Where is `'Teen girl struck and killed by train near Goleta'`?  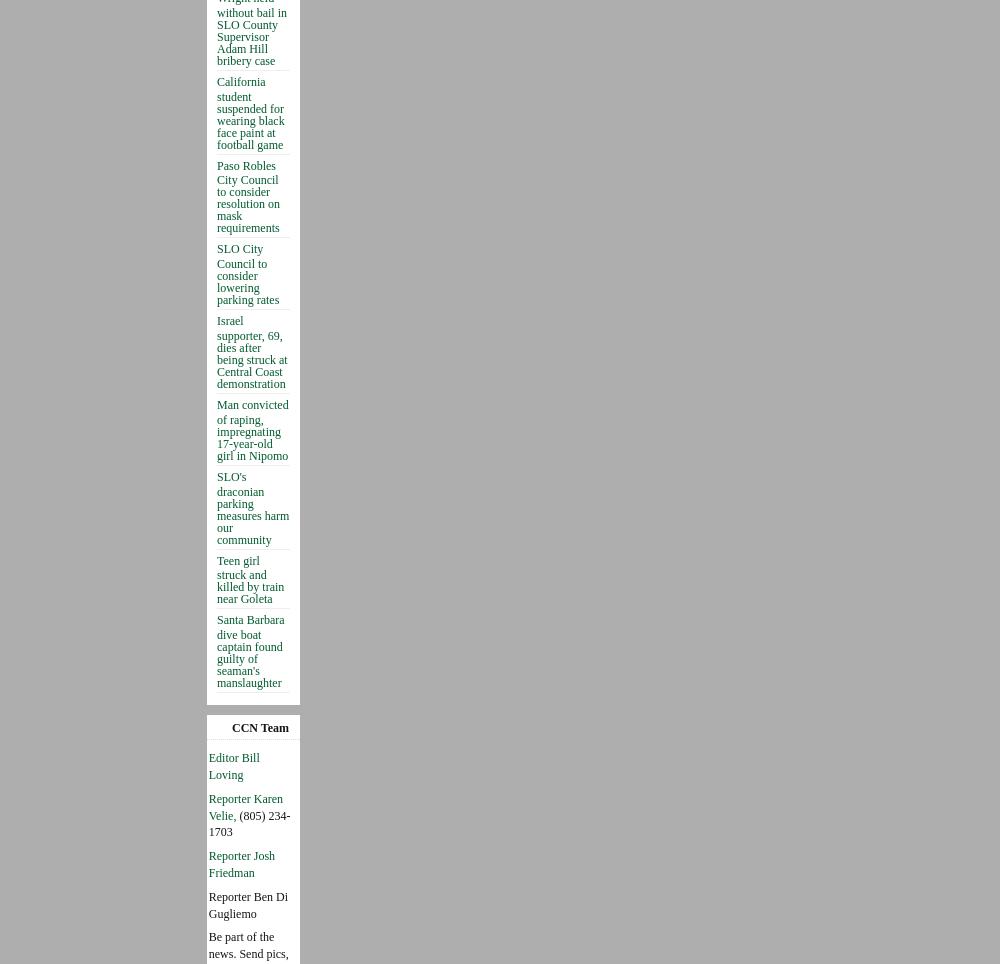
'Teen girl struck and killed by train near Goleta' is located at coordinates (250, 578).